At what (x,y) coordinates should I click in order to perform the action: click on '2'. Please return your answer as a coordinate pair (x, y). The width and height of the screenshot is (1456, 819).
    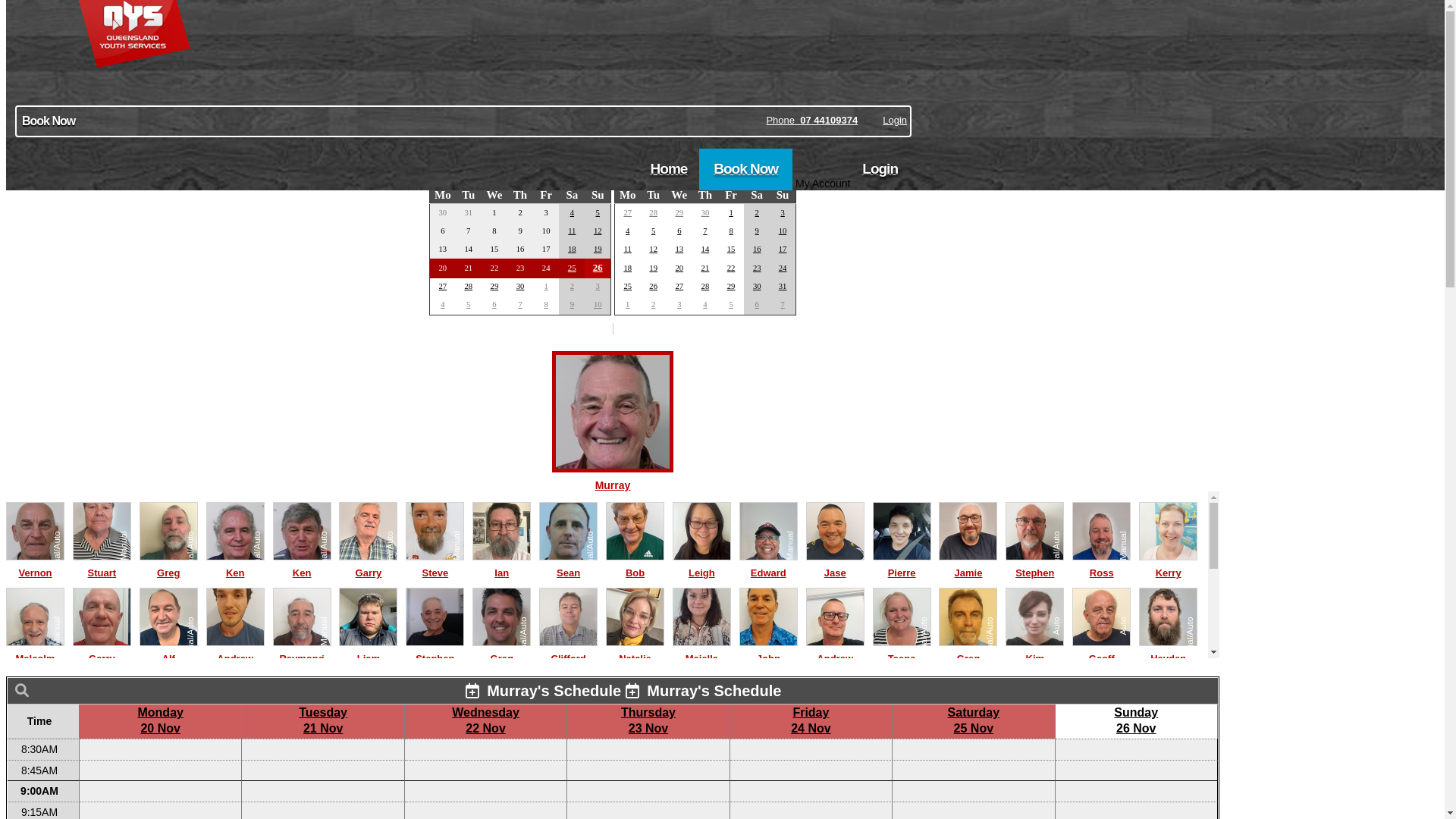
    Looking at the image, I should click on (757, 212).